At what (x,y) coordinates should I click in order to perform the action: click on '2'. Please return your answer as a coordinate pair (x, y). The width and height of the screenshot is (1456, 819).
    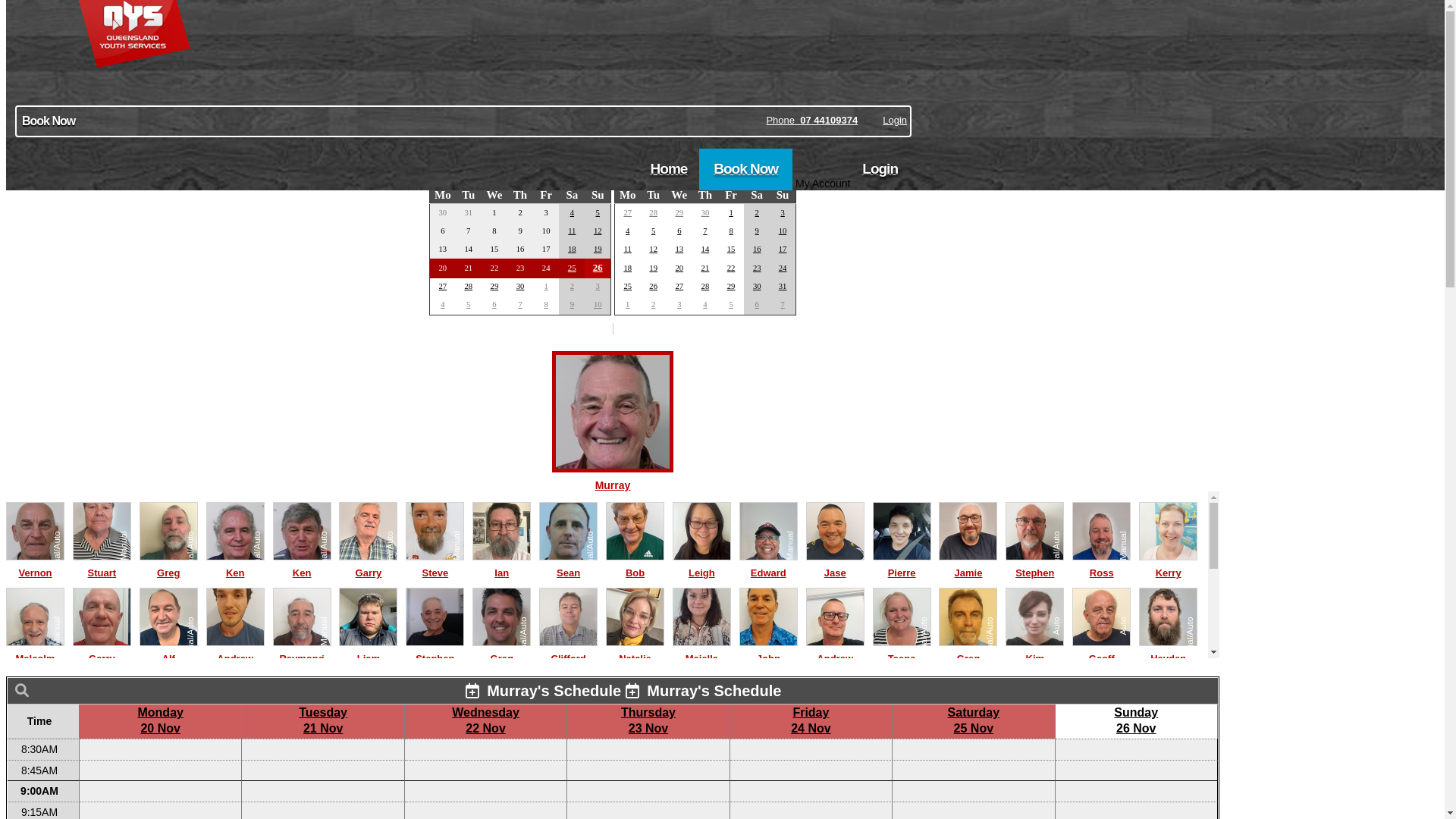
    Looking at the image, I should click on (757, 212).